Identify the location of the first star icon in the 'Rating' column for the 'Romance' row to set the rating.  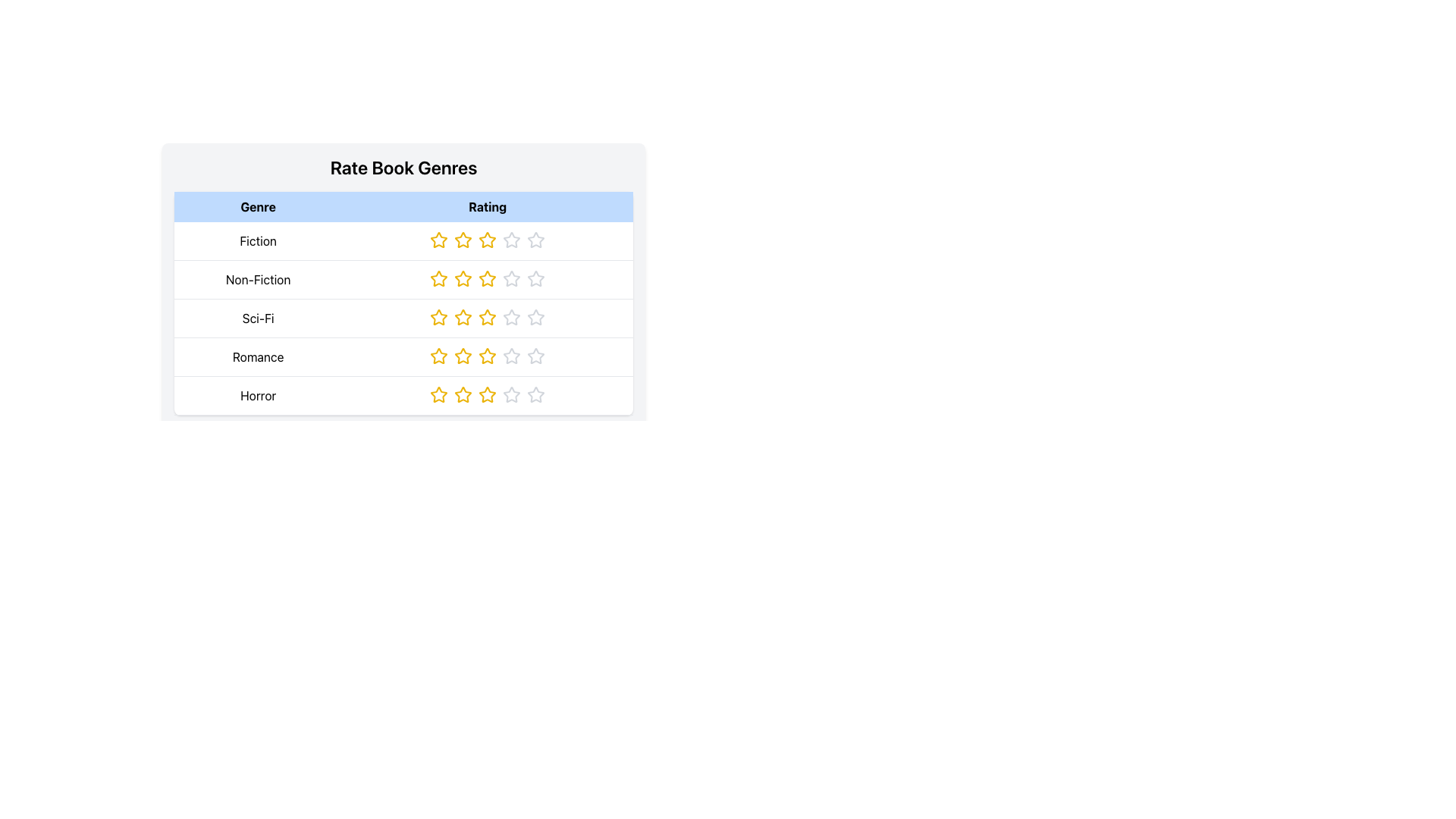
(438, 356).